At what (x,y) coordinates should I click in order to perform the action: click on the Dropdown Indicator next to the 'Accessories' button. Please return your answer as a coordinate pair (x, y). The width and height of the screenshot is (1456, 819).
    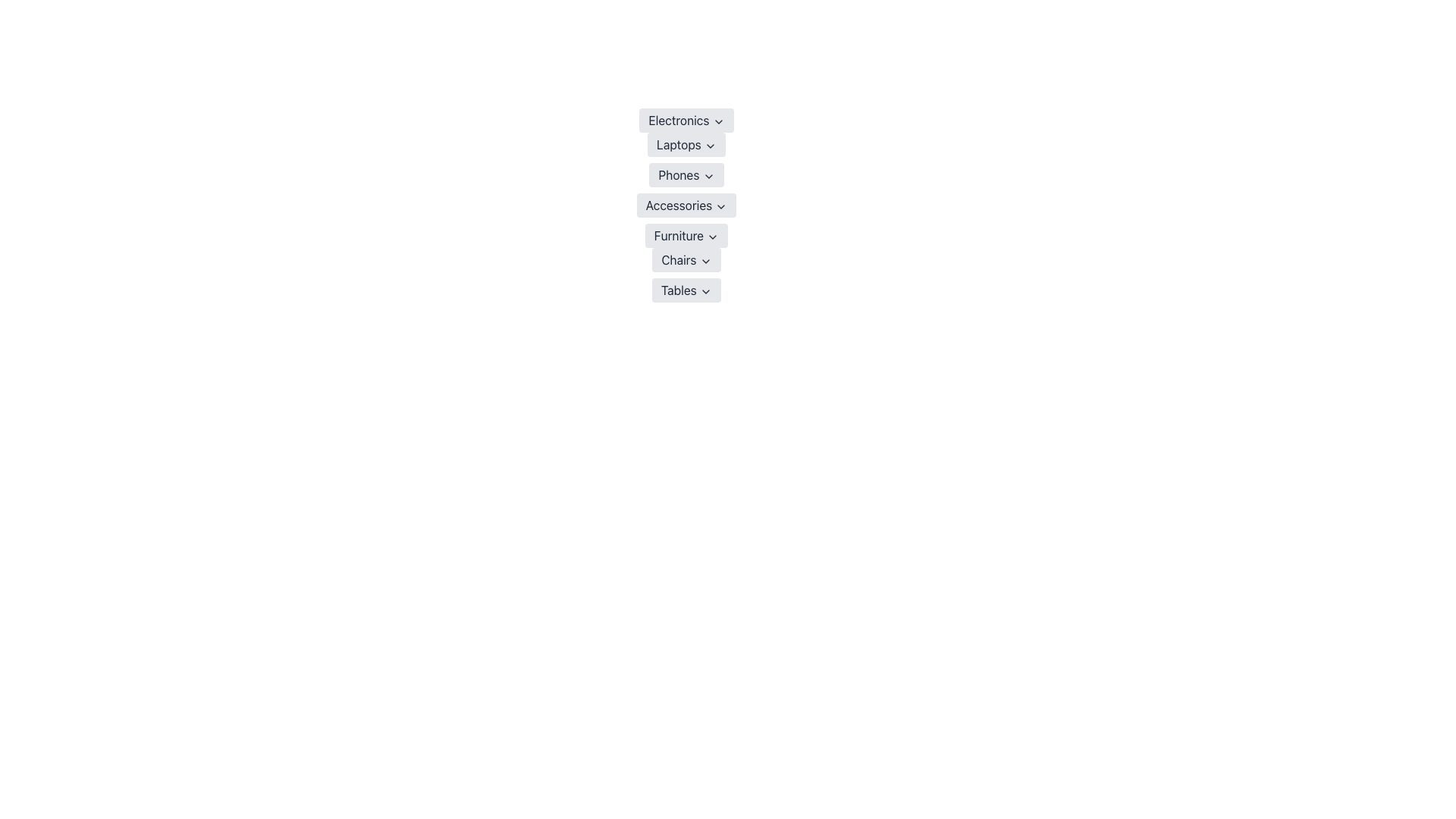
    Looking at the image, I should click on (720, 206).